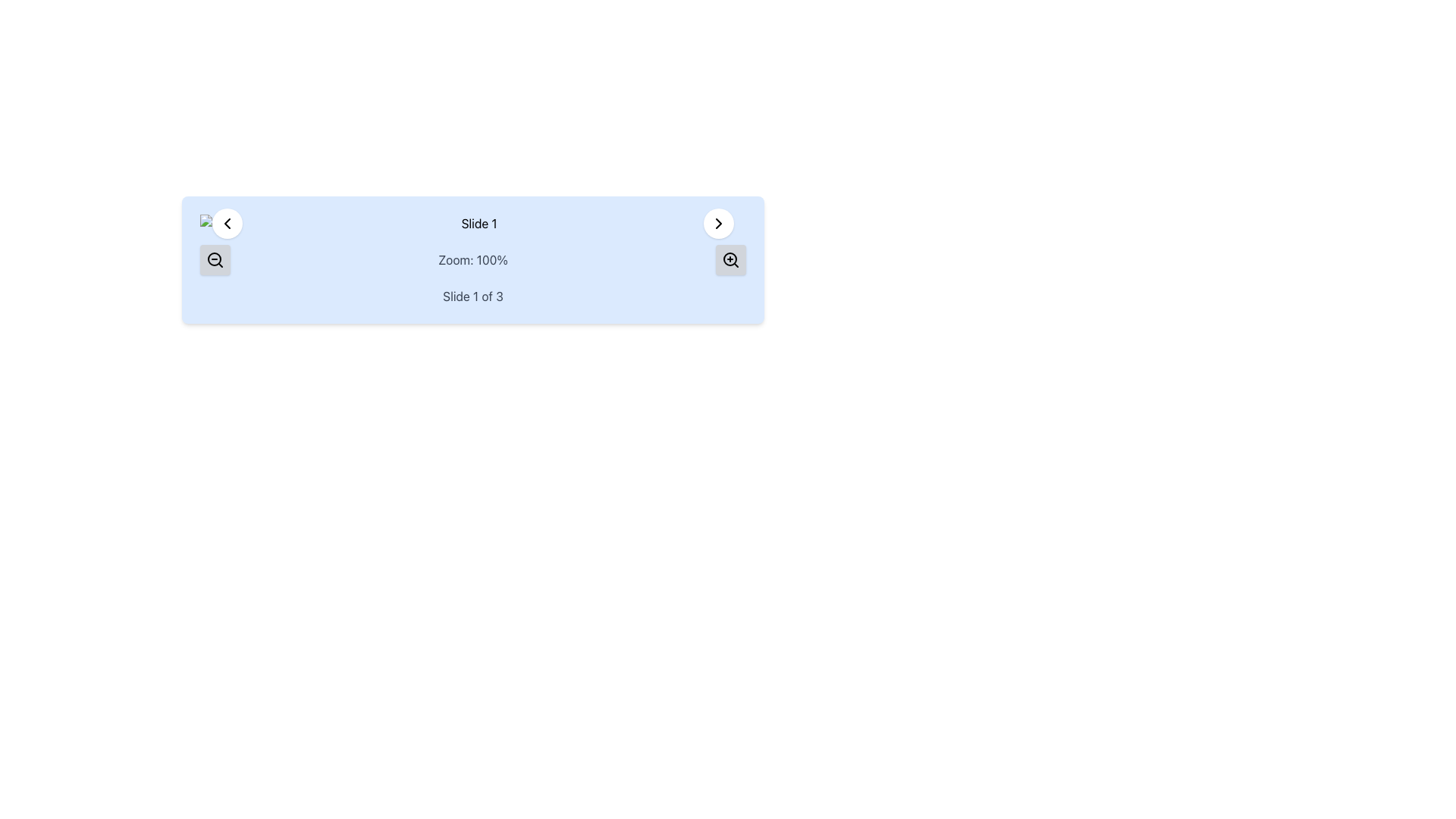 This screenshot has width=1456, height=819. I want to click on the zoom-in icon button, which resembles a magnifying glass with a plus symbol centered on a gray button, located within a light blue content box, so click(731, 259).